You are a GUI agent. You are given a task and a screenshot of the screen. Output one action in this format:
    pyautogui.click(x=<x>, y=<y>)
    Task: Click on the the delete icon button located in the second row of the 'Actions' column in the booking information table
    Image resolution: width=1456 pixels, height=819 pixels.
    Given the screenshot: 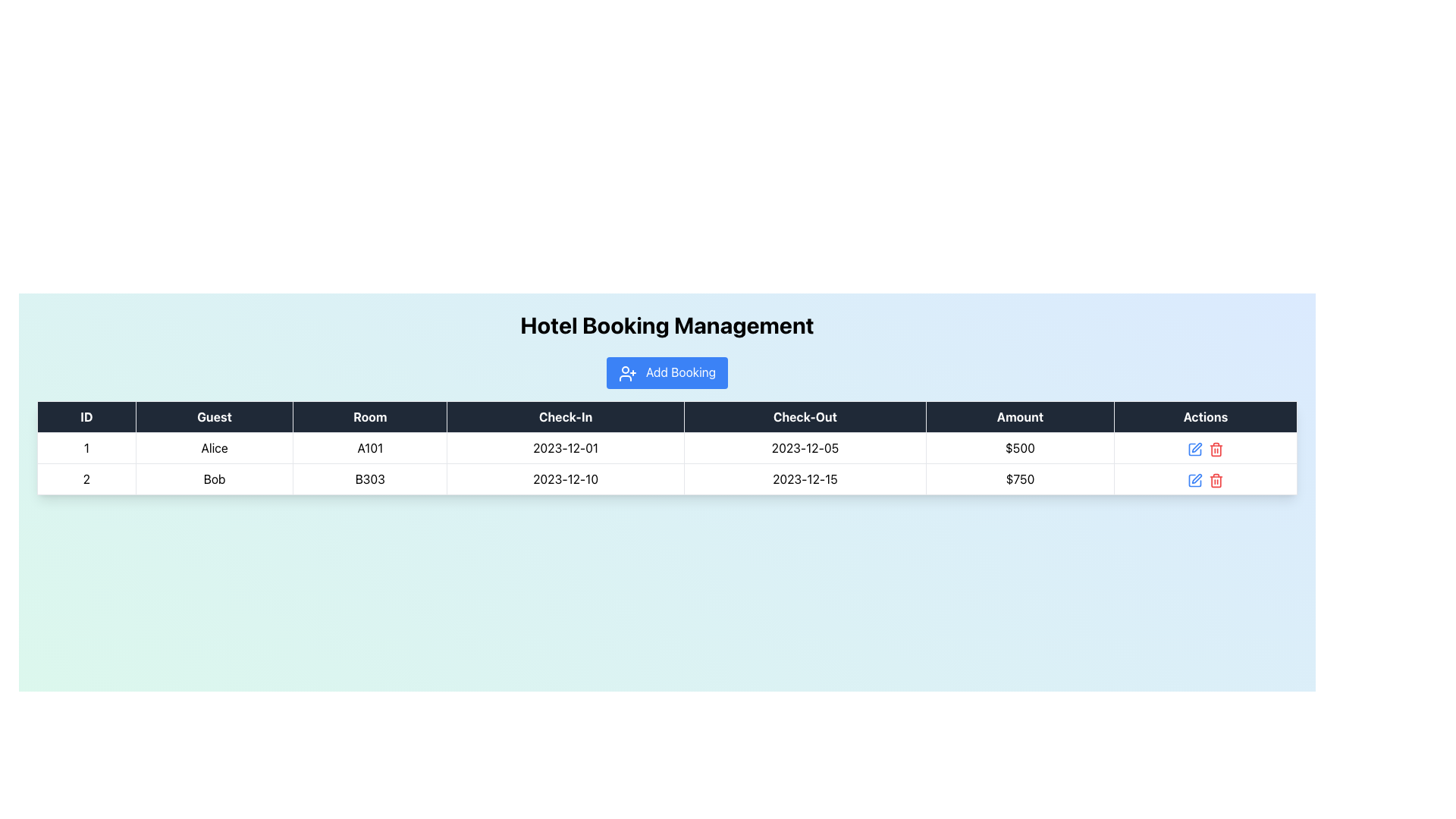 What is the action you would take?
    pyautogui.click(x=1216, y=480)
    